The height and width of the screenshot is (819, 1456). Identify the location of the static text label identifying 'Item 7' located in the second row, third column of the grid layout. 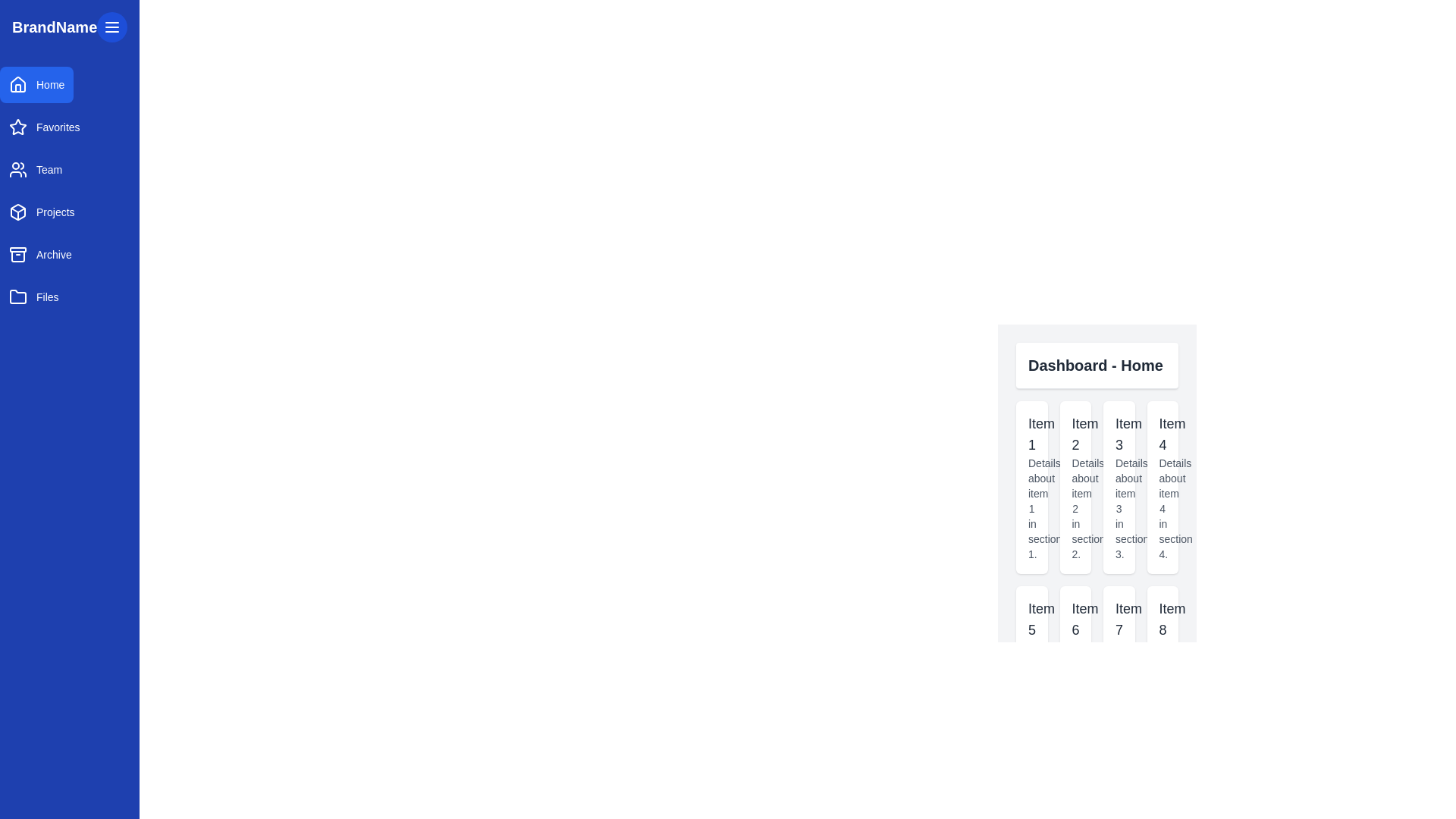
(1119, 620).